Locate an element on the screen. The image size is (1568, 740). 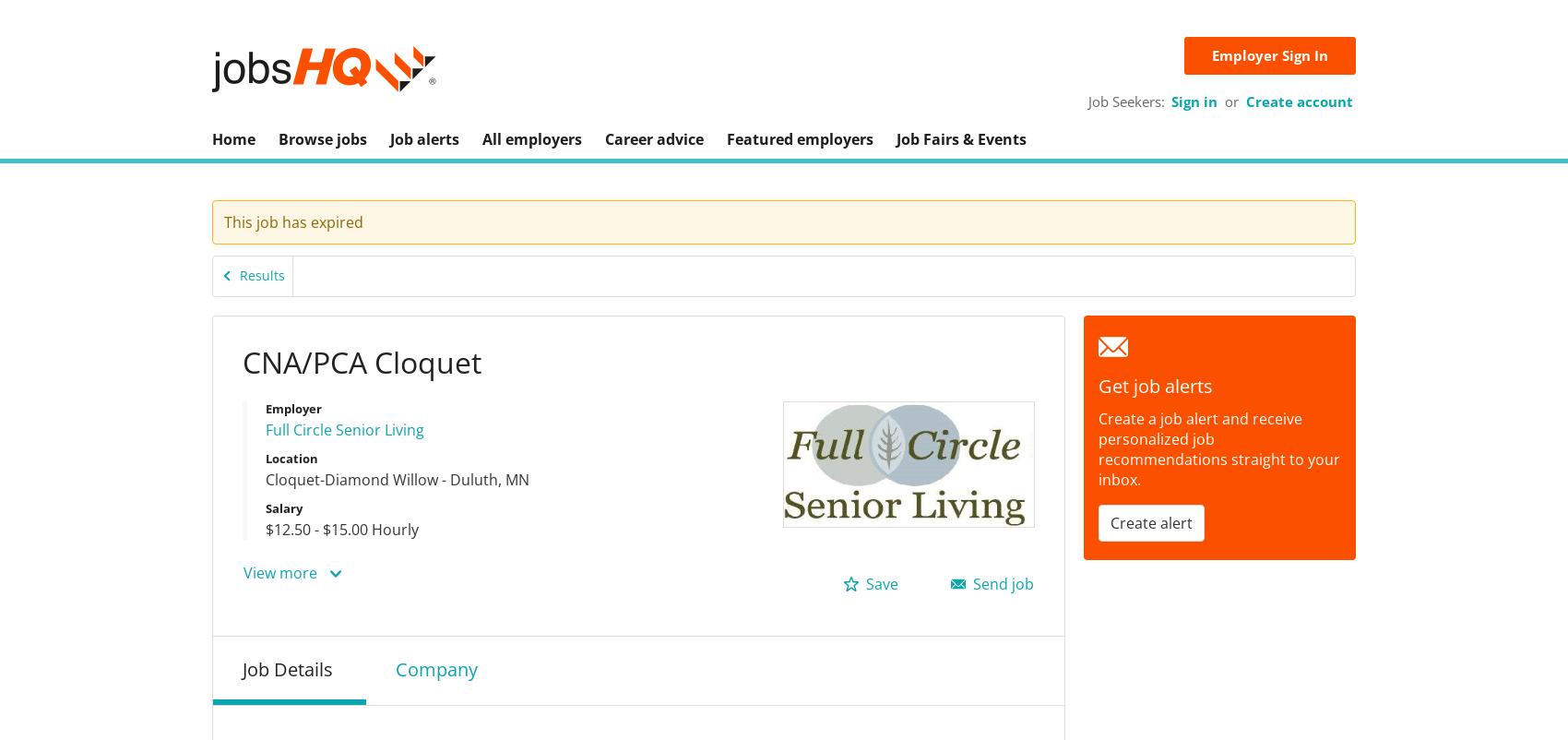
'Save' is located at coordinates (882, 583).